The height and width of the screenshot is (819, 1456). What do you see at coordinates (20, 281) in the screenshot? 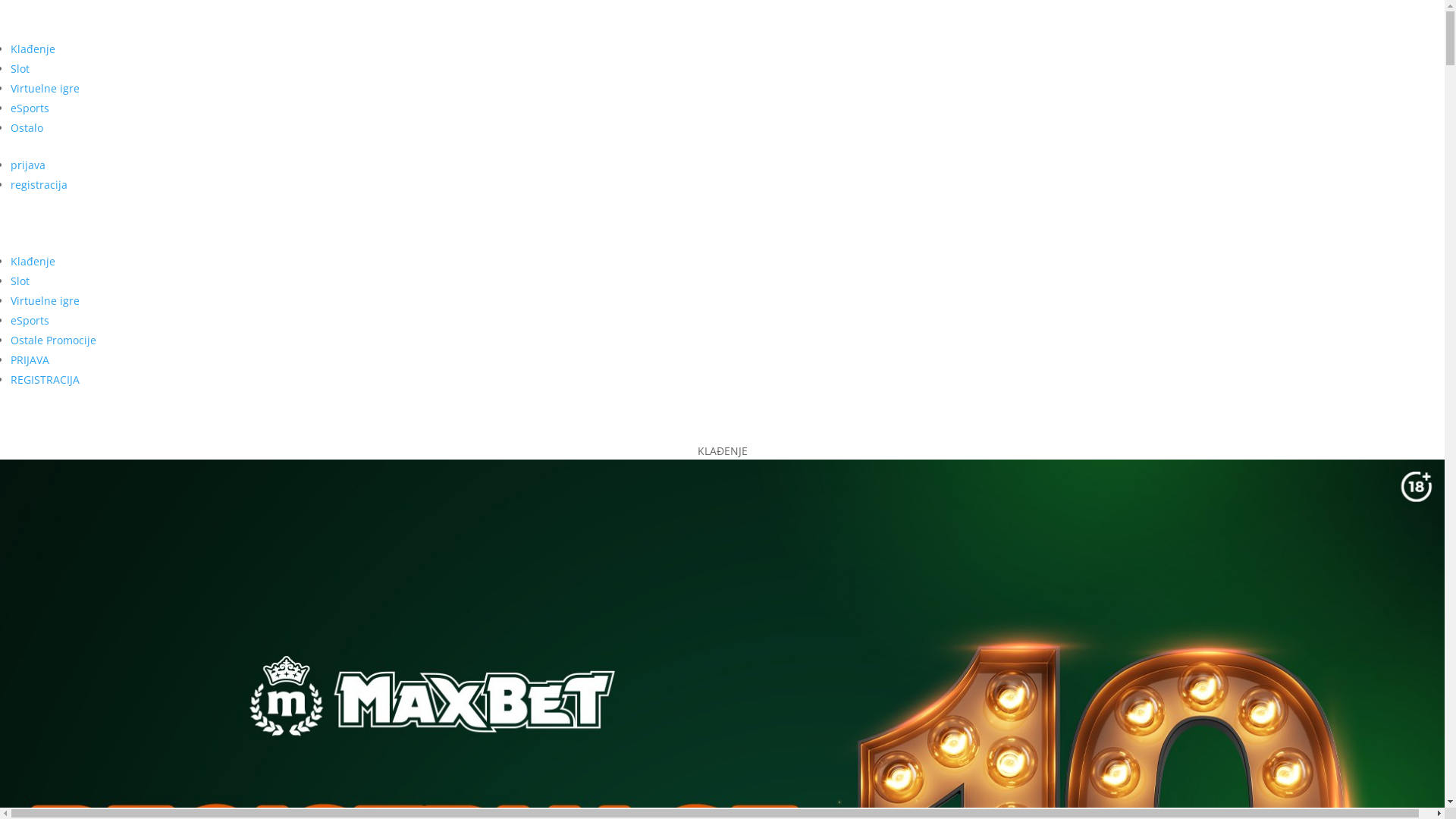
I see `'Slot'` at bounding box center [20, 281].